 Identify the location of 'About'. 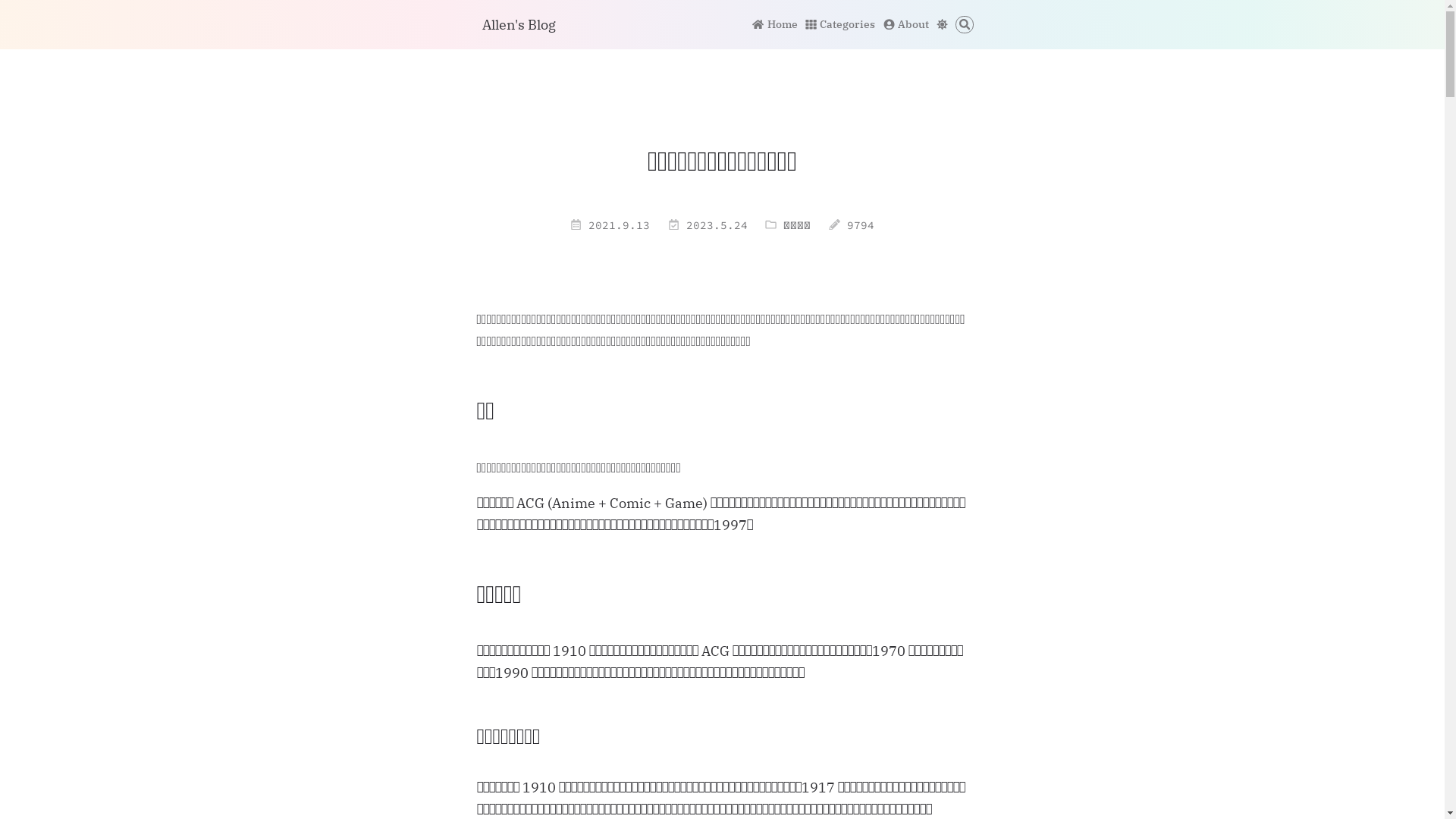
(906, 24).